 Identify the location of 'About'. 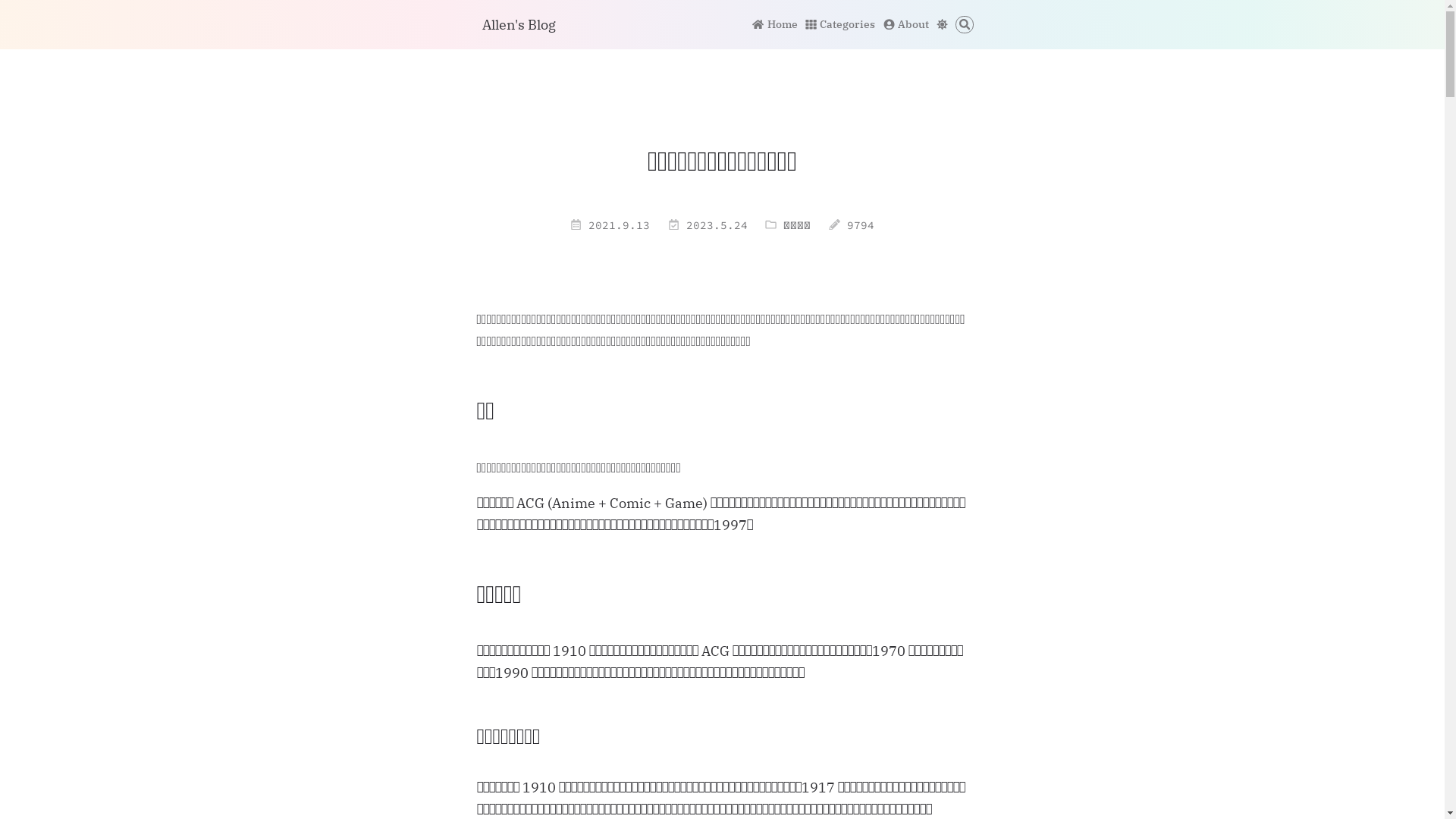
(906, 24).